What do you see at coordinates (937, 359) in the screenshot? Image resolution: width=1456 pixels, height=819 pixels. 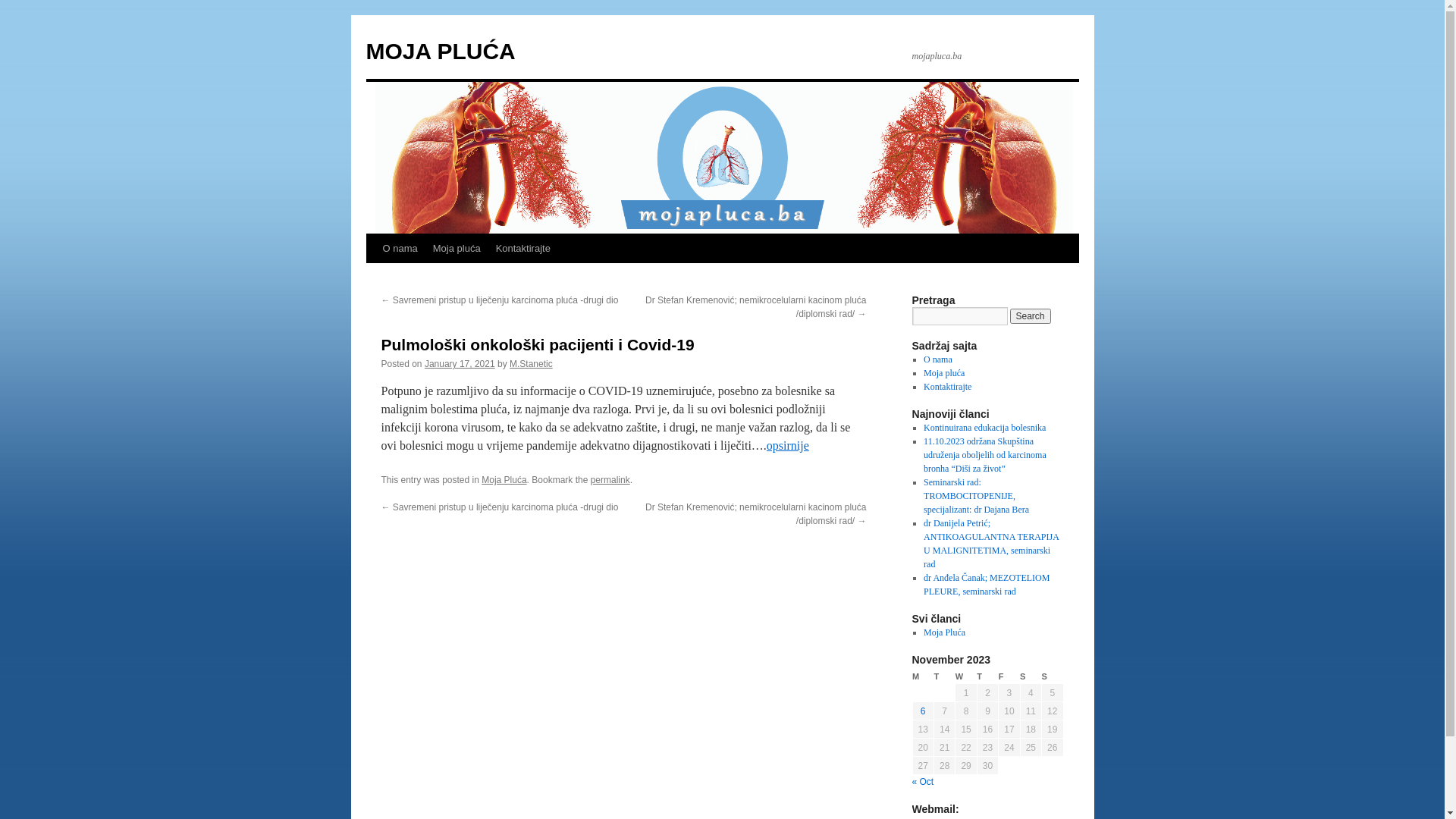 I see `'O nama'` at bounding box center [937, 359].